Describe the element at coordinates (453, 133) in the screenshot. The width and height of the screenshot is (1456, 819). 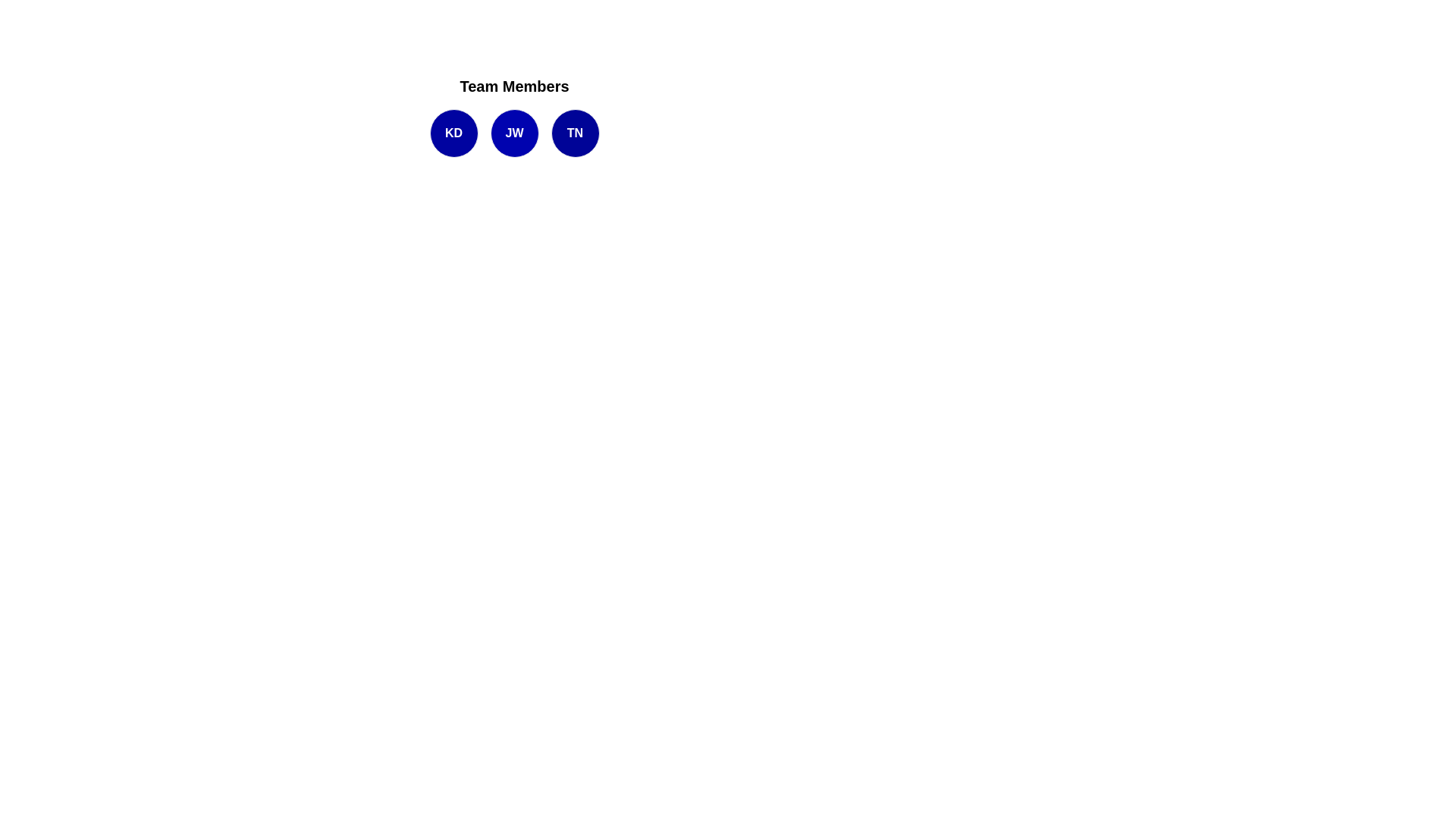
I see `the text label indicating the initials 'KD' located inside the first circular badge under the heading 'Team Members'` at that location.